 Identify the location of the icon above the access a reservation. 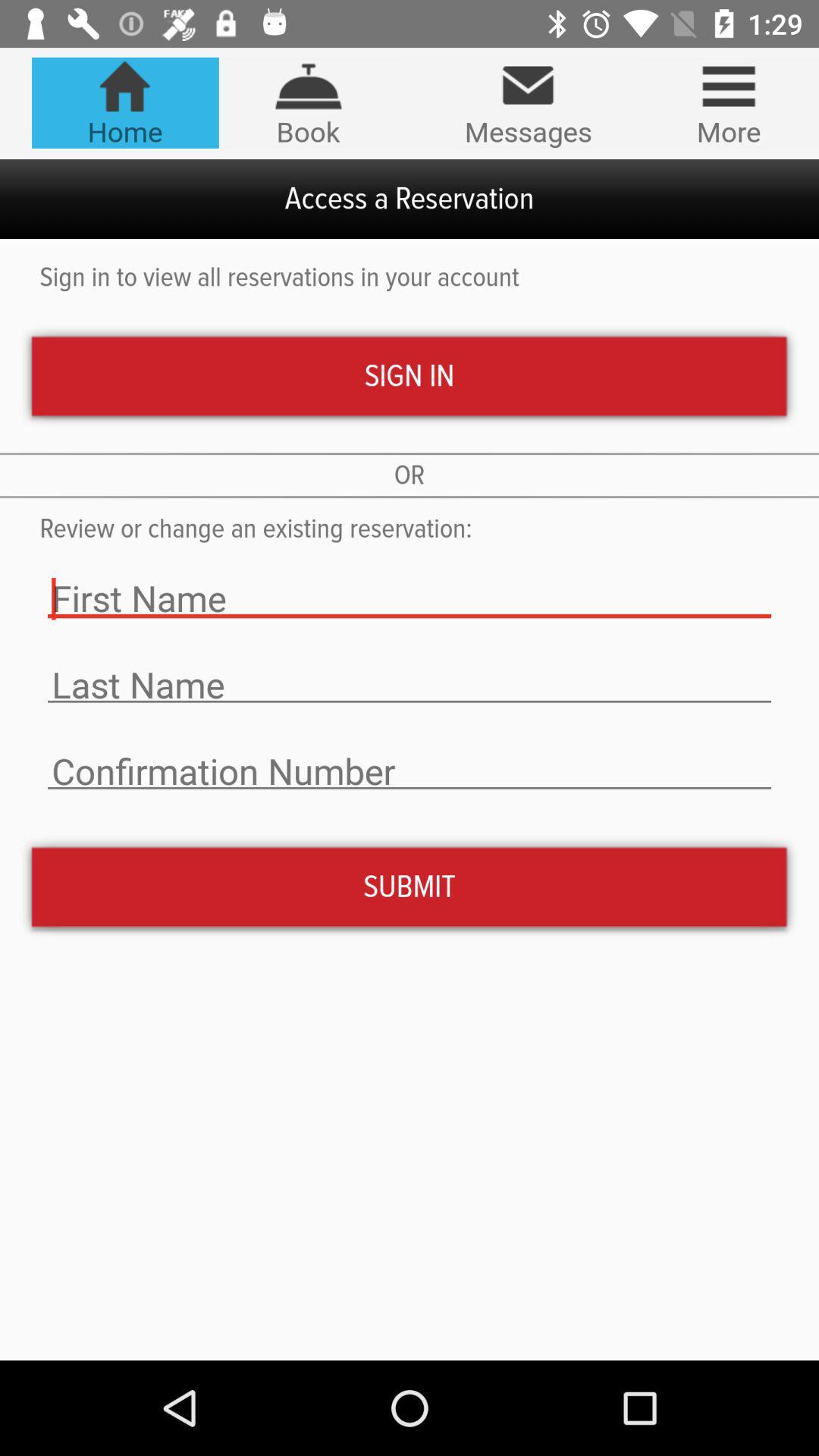
(124, 102).